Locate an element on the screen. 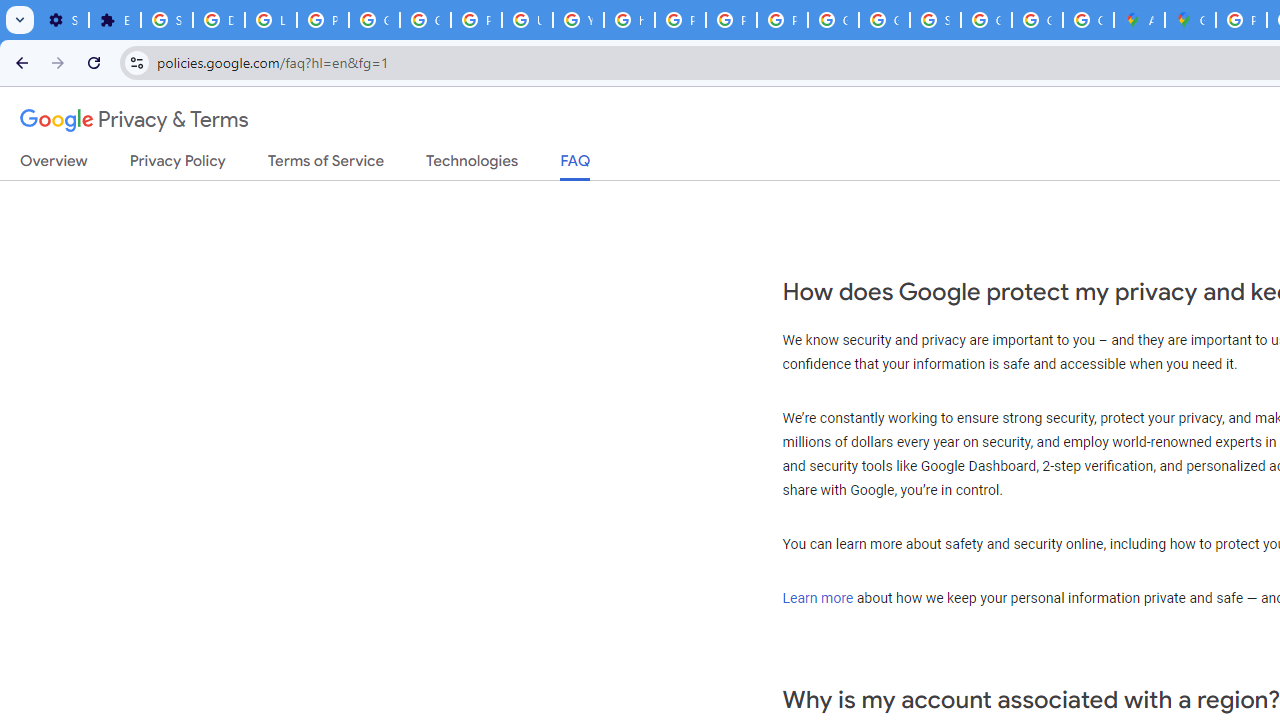 This screenshot has width=1280, height=720. 'Delete photos & videos - Computer - Google Photos Help' is located at coordinates (218, 20).